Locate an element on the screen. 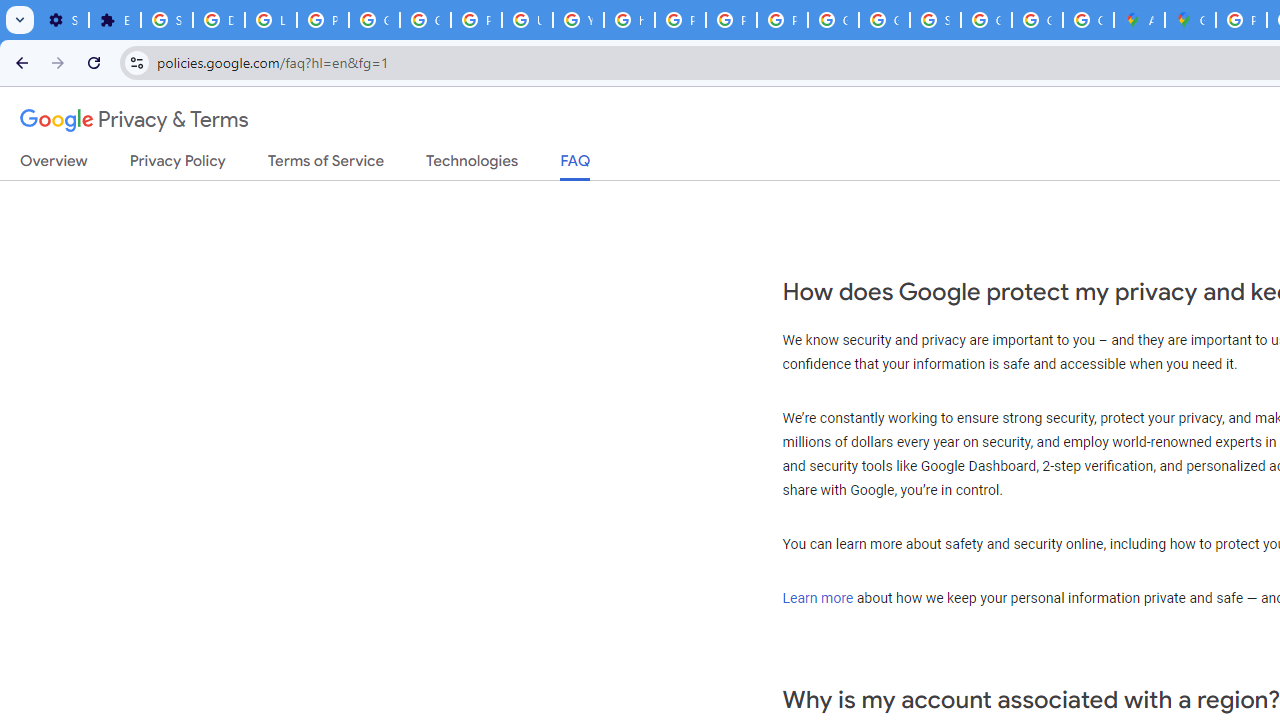 This screenshot has width=1280, height=720. 'Delete photos & videos - Computer - Google Photos Help' is located at coordinates (218, 20).